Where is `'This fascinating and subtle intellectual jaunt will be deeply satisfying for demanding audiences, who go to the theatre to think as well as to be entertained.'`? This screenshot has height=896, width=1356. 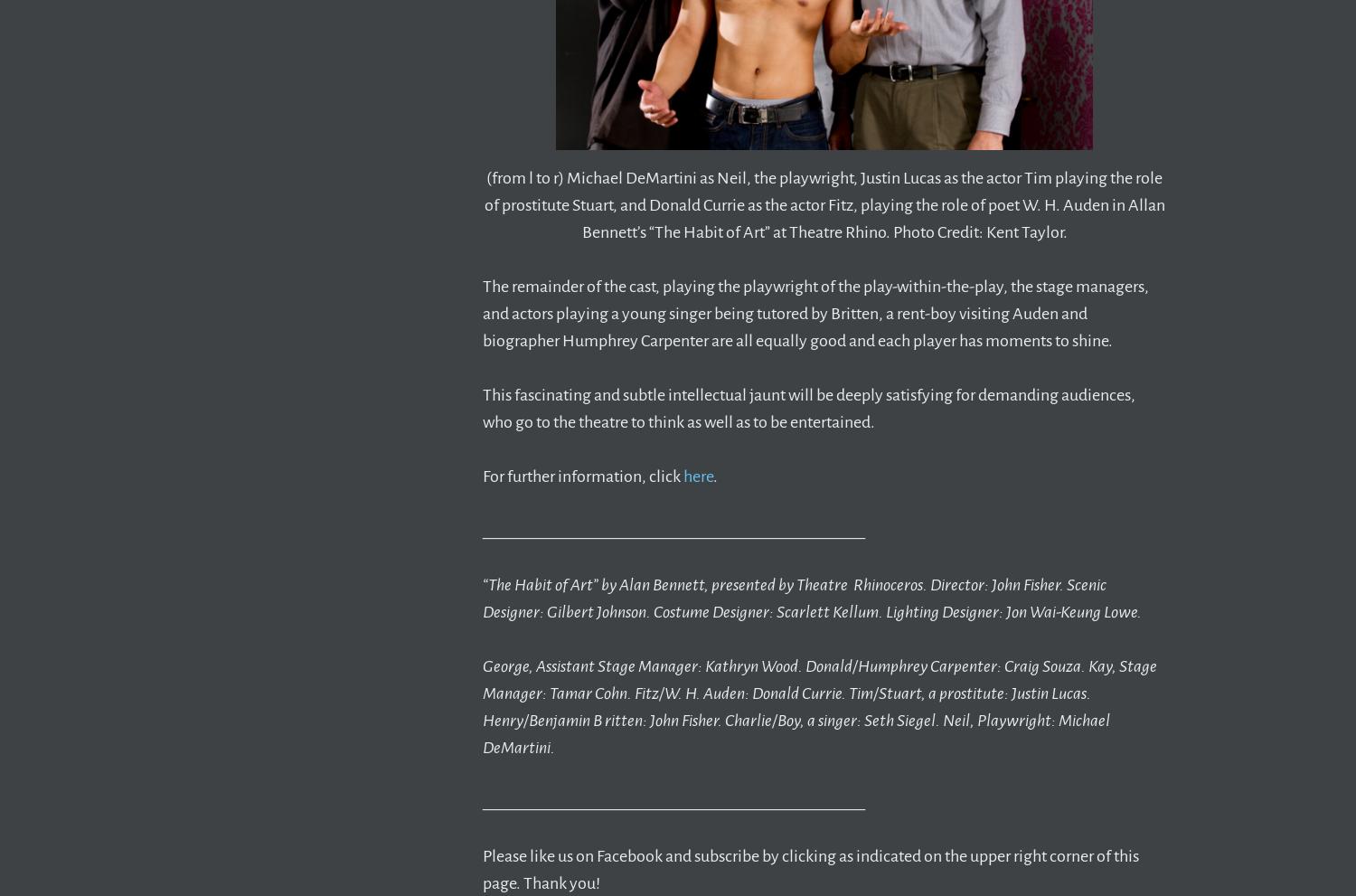
'This fascinating and subtle intellectual jaunt will be deeply satisfying for demanding audiences, who go to the theatre to think as well as to be entertained.' is located at coordinates (809, 407).